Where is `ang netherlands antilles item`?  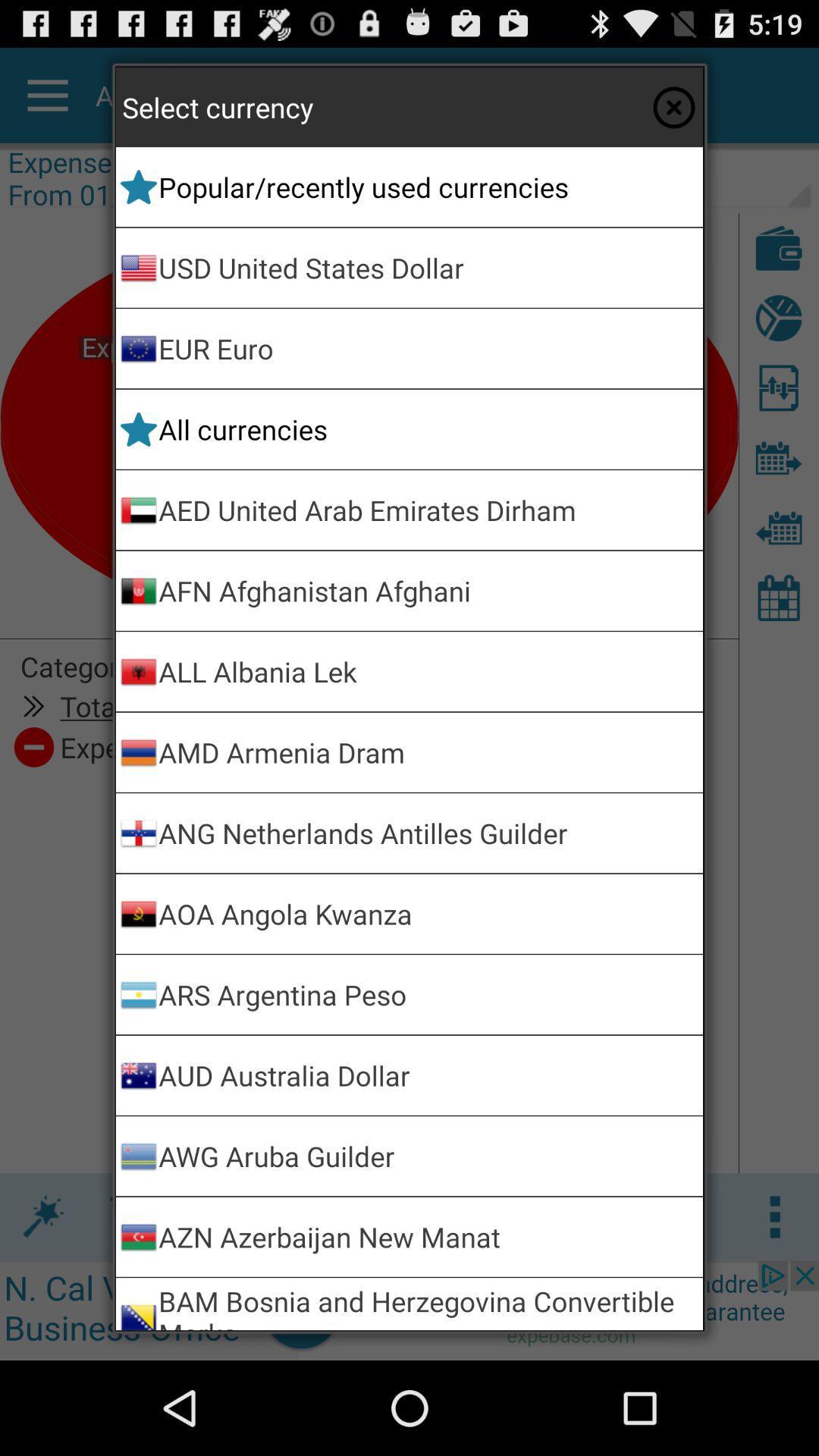
ang netherlands antilles item is located at coordinates (428, 832).